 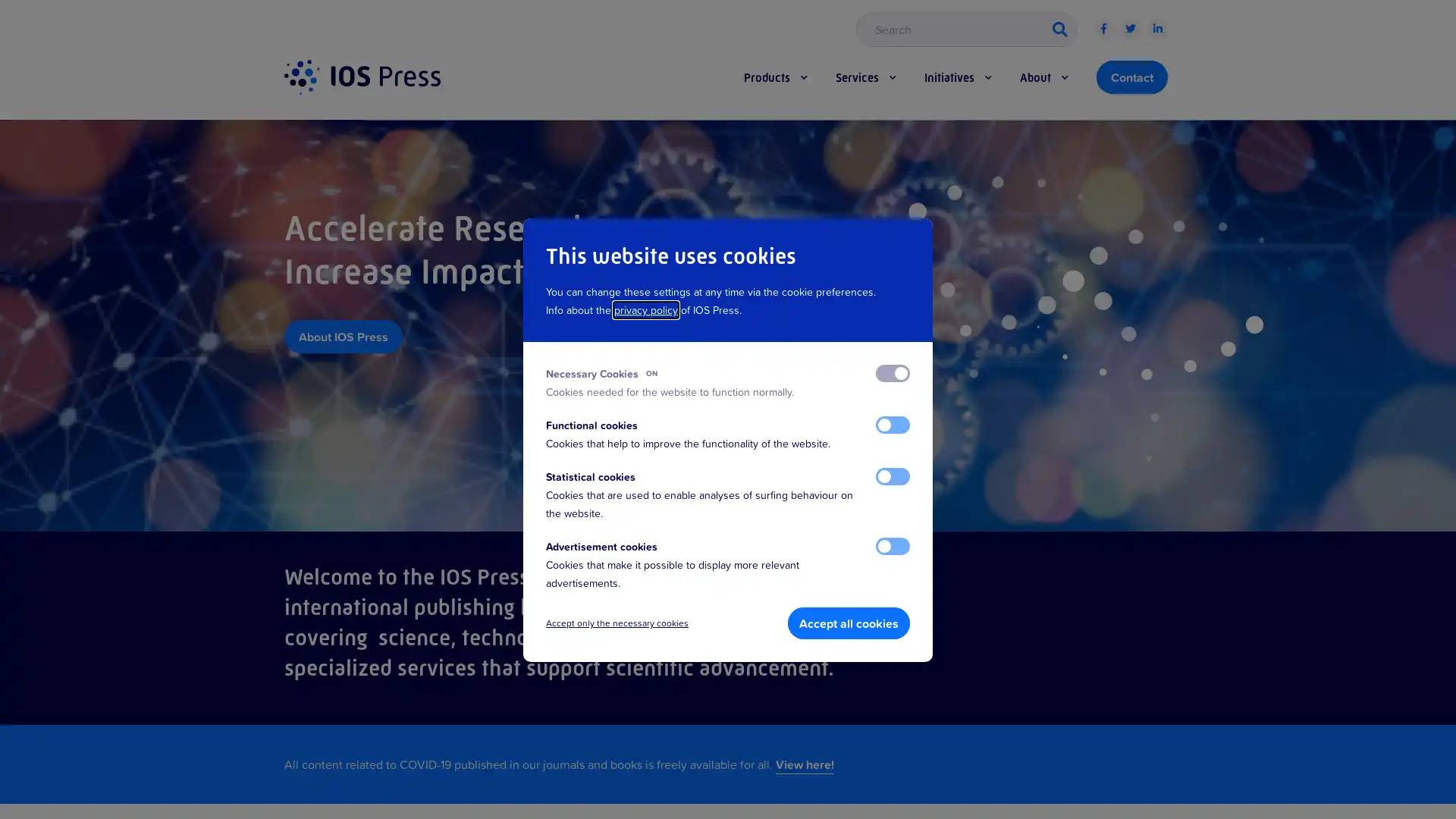 I want to click on button, so click(x=1059, y=29).